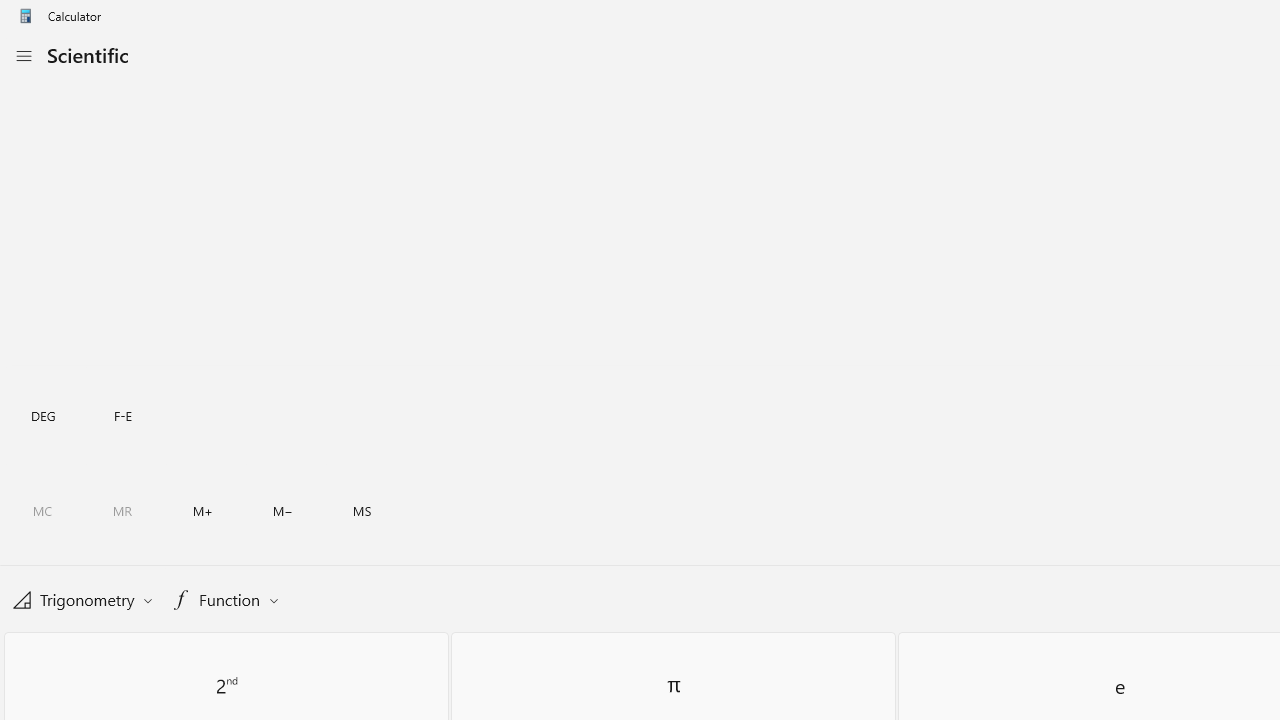 The width and height of the screenshot is (1280, 720). What do you see at coordinates (225, 598) in the screenshot?
I see `'Functions'` at bounding box center [225, 598].